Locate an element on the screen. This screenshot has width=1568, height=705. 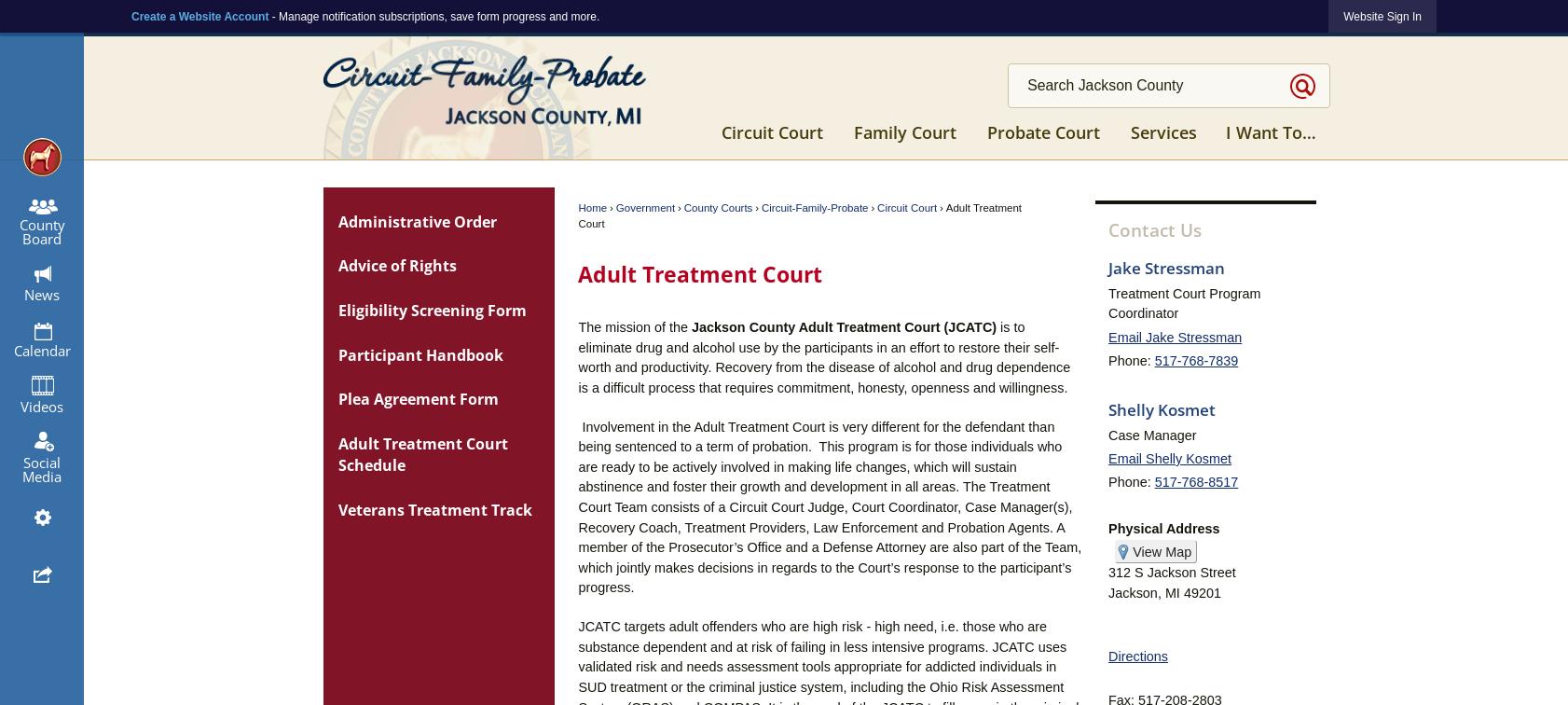
'Jackson' is located at coordinates (1132, 591).